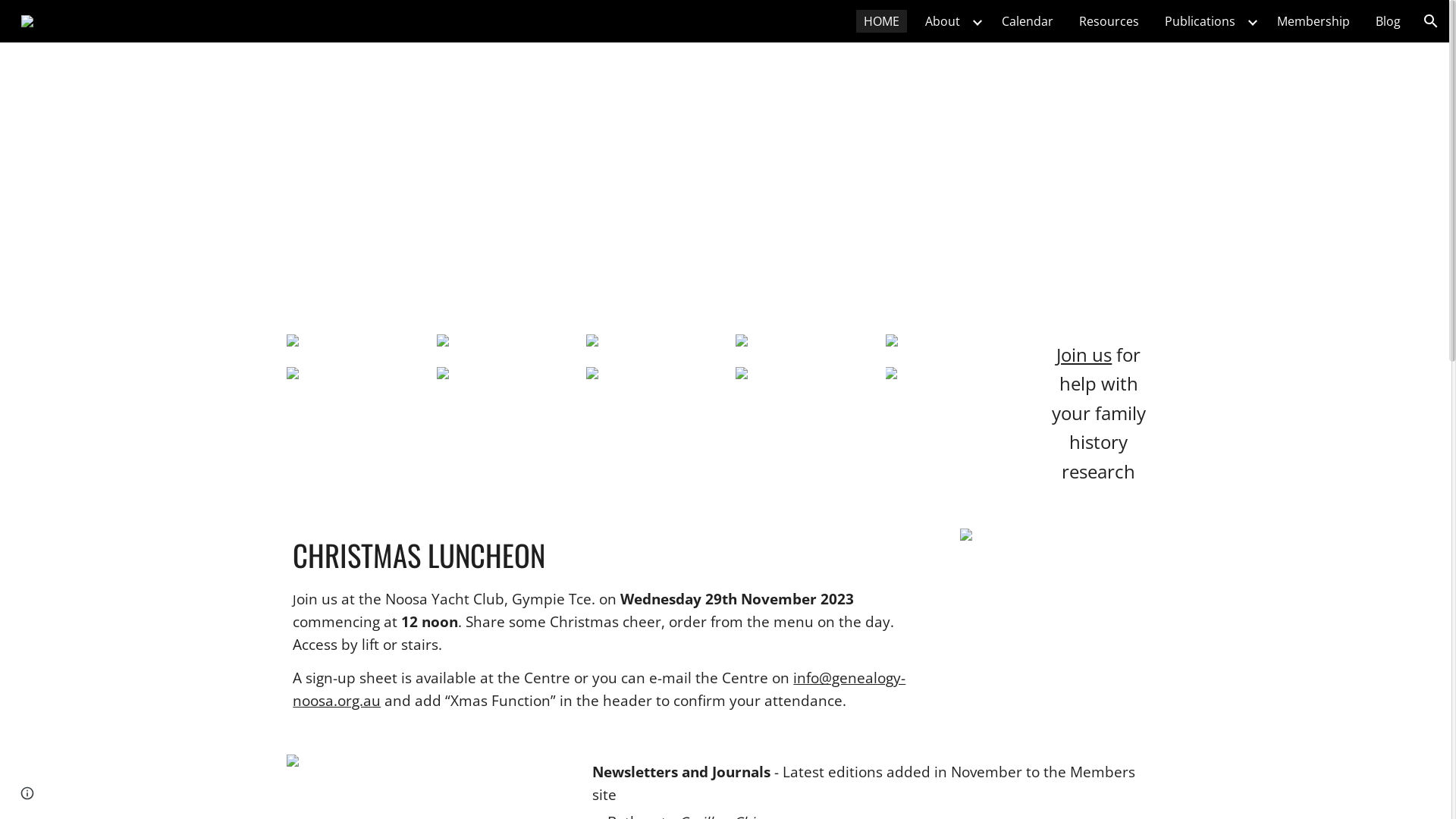 This screenshot has height=819, width=1456. I want to click on 'Calendar', so click(1027, 20).